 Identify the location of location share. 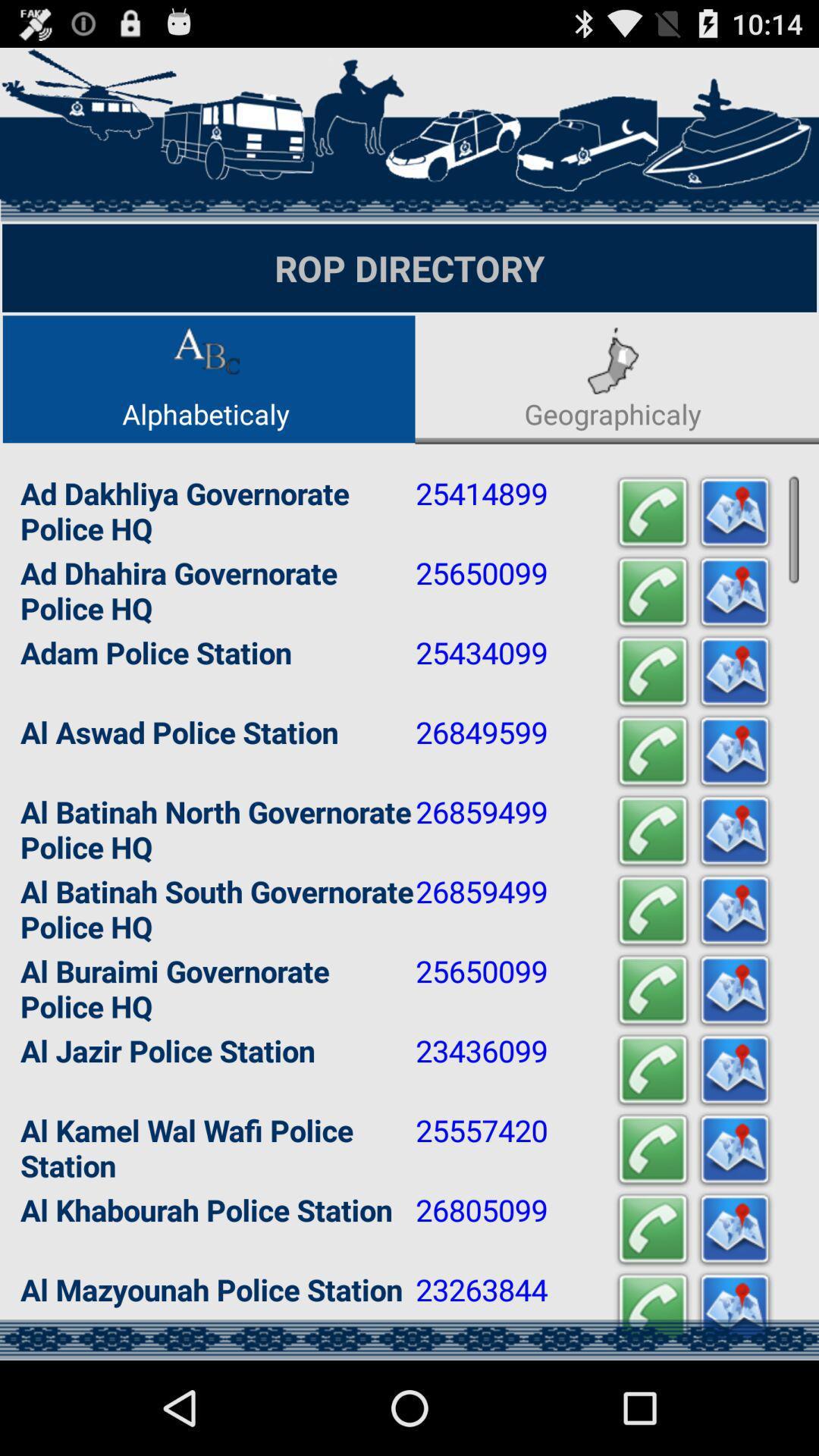
(733, 1229).